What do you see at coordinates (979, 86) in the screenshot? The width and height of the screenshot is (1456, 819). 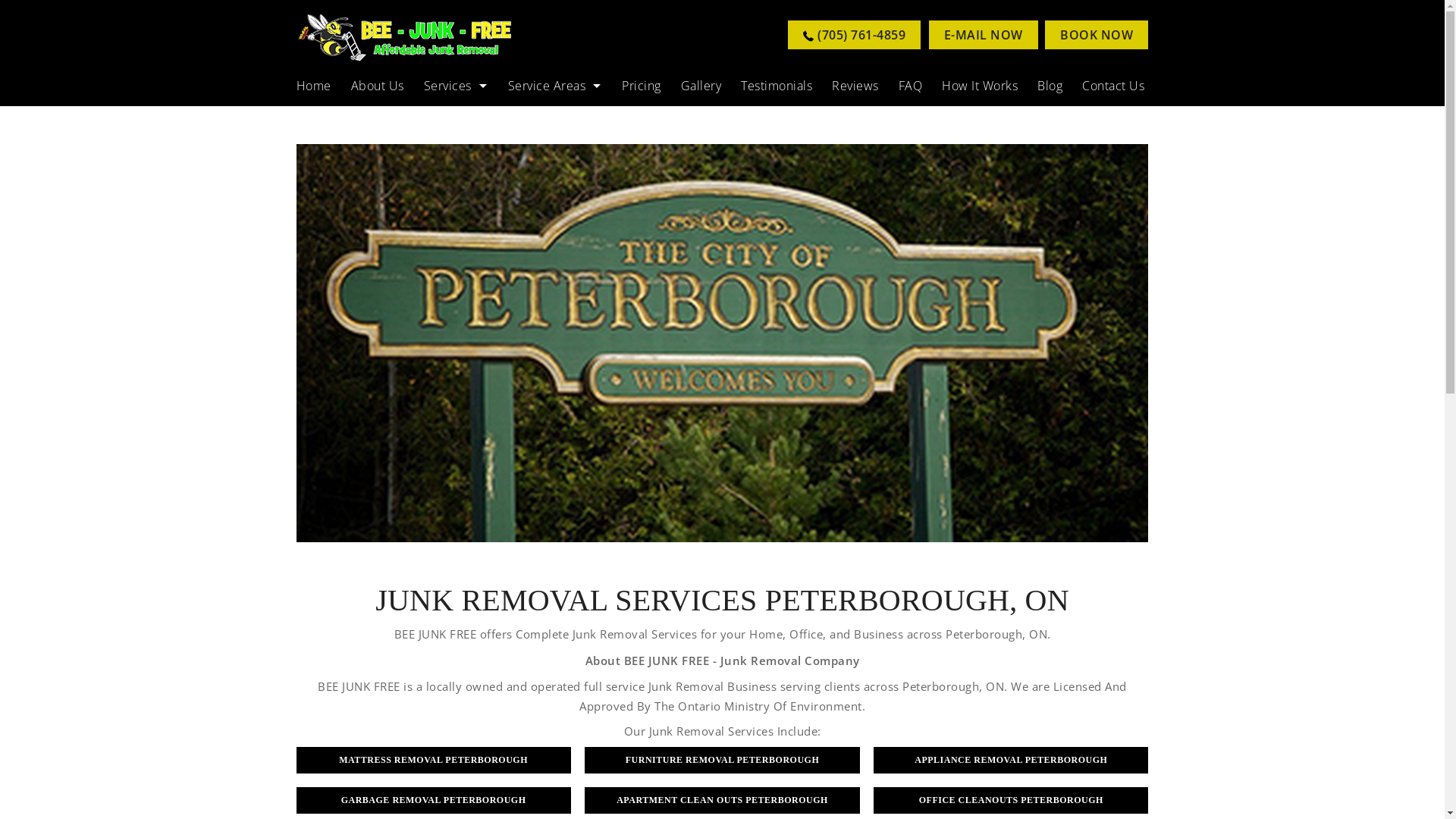 I see `'How It Works'` at bounding box center [979, 86].